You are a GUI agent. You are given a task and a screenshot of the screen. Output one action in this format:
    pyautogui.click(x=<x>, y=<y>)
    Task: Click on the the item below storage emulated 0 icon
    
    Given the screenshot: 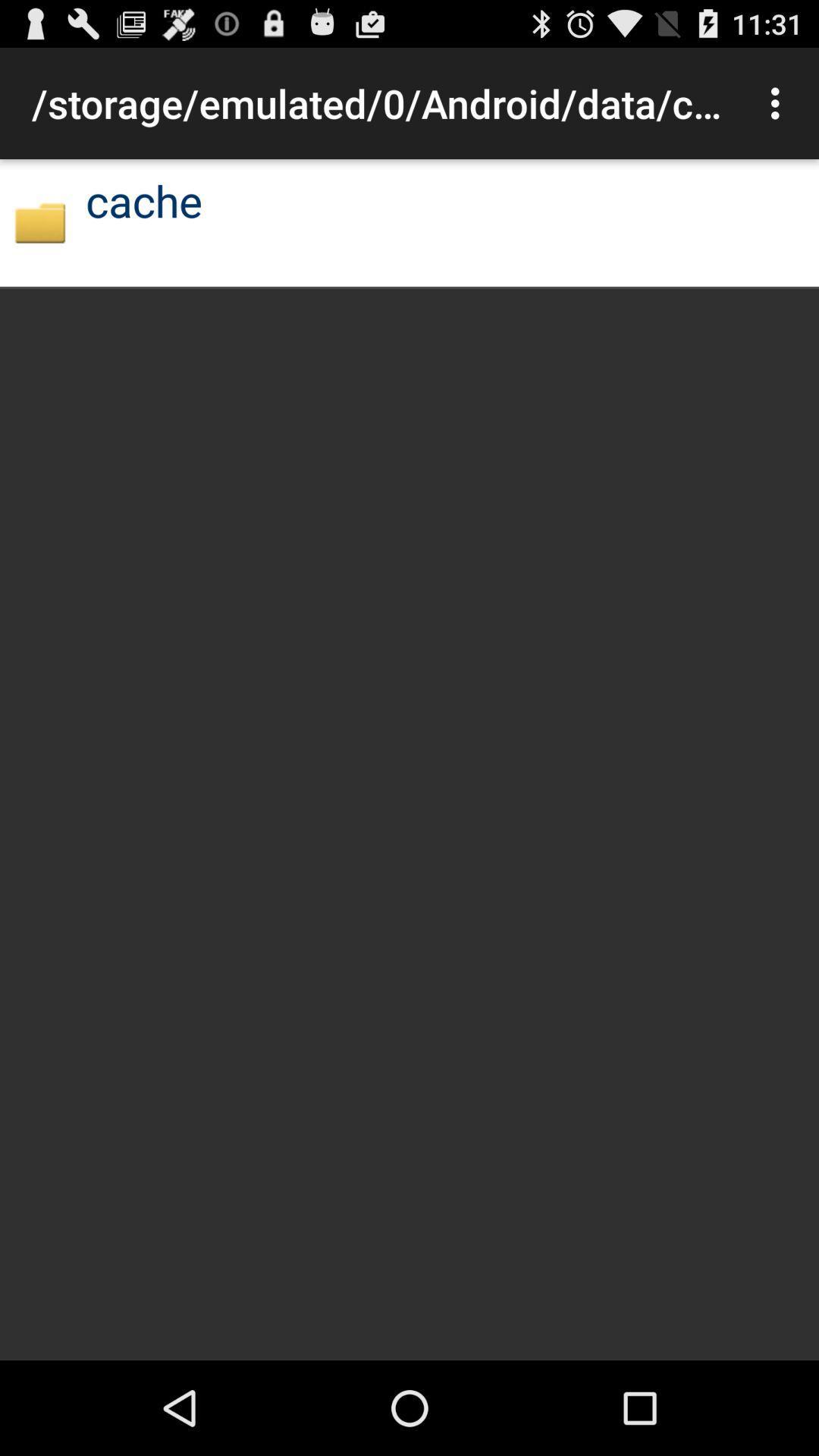 What is the action you would take?
    pyautogui.click(x=144, y=199)
    